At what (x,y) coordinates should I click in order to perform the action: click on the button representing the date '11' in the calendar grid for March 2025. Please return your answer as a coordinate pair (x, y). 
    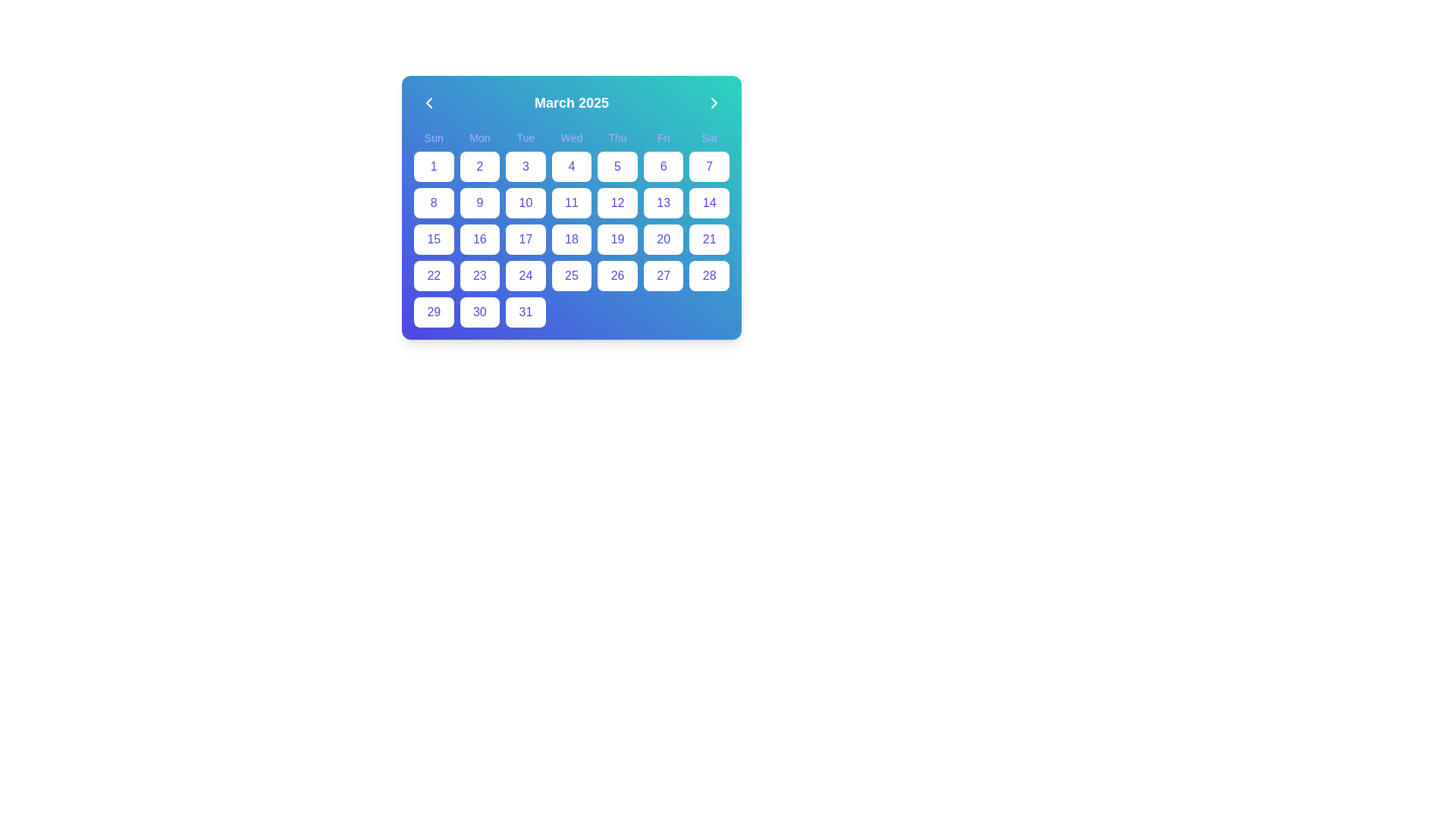
    Looking at the image, I should click on (570, 202).